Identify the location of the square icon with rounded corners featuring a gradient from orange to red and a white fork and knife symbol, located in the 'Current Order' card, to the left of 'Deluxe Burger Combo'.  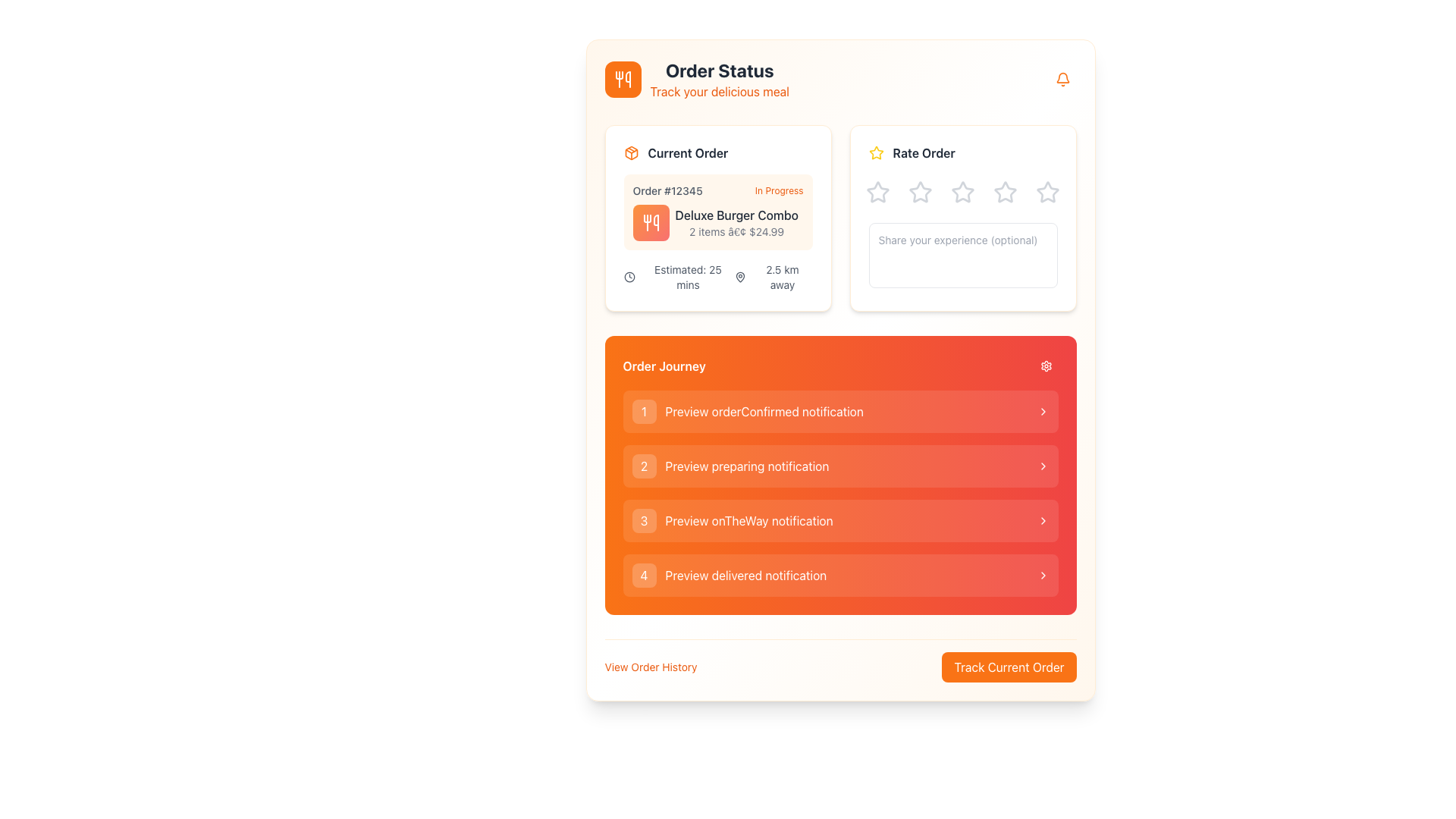
(651, 222).